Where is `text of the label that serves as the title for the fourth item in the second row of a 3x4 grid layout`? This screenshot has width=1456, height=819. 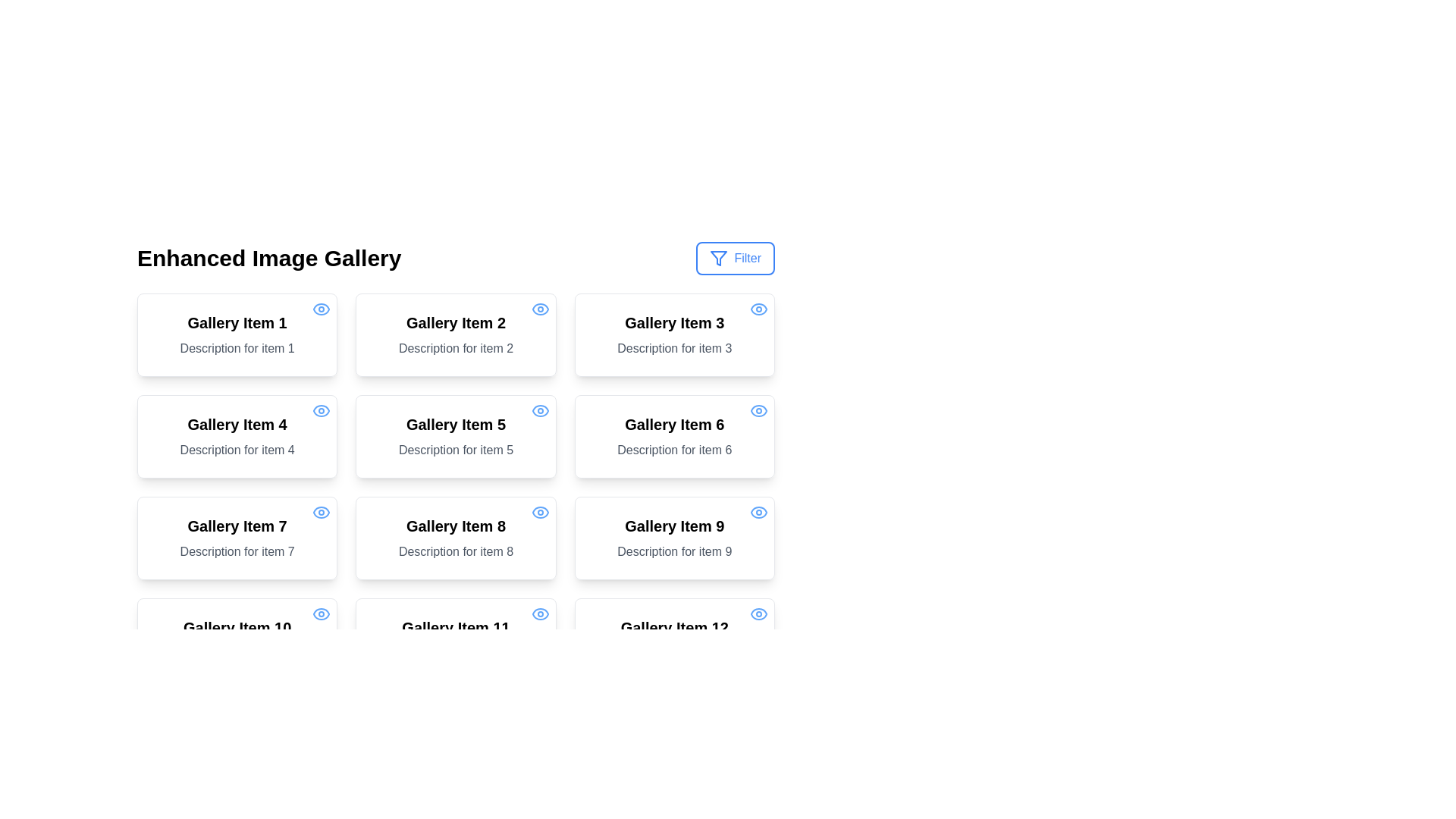 text of the label that serves as the title for the fourth item in the second row of a 3x4 grid layout is located at coordinates (237, 628).